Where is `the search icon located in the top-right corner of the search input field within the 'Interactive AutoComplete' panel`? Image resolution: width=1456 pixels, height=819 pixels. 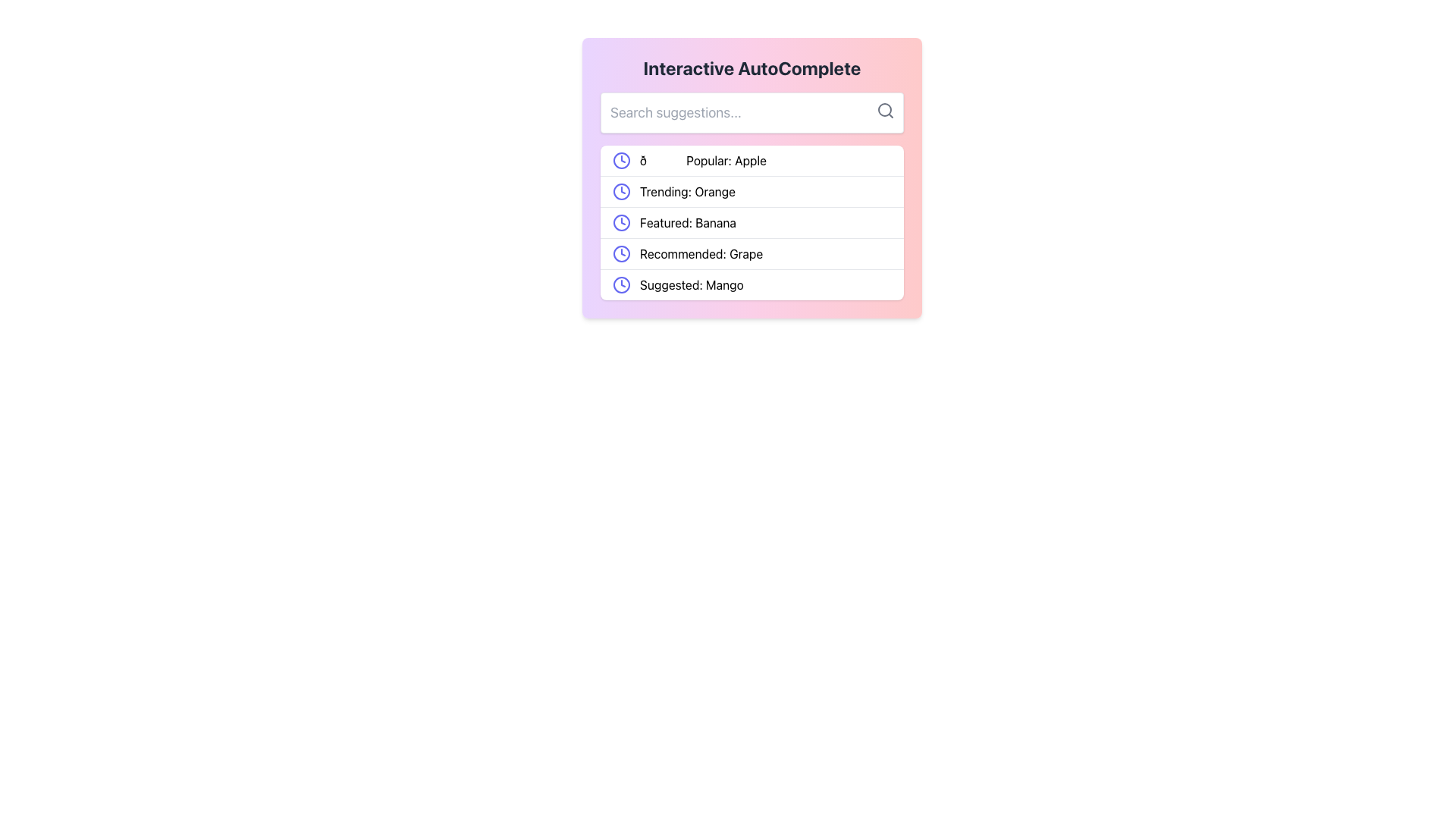 the search icon located in the top-right corner of the search input field within the 'Interactive AutoComplete' panel is located at coordinates (885, 110).